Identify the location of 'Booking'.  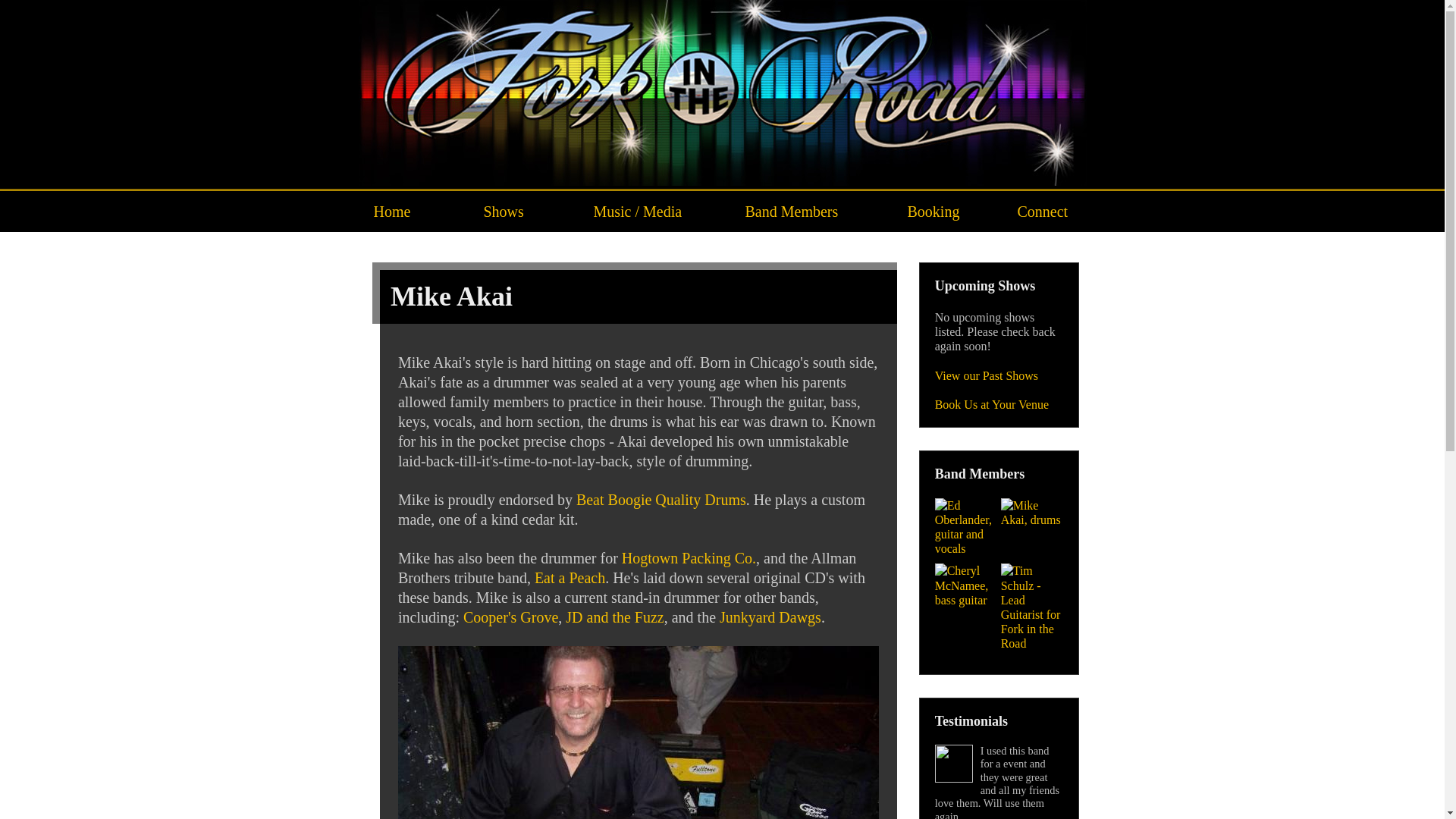
(946, 211).